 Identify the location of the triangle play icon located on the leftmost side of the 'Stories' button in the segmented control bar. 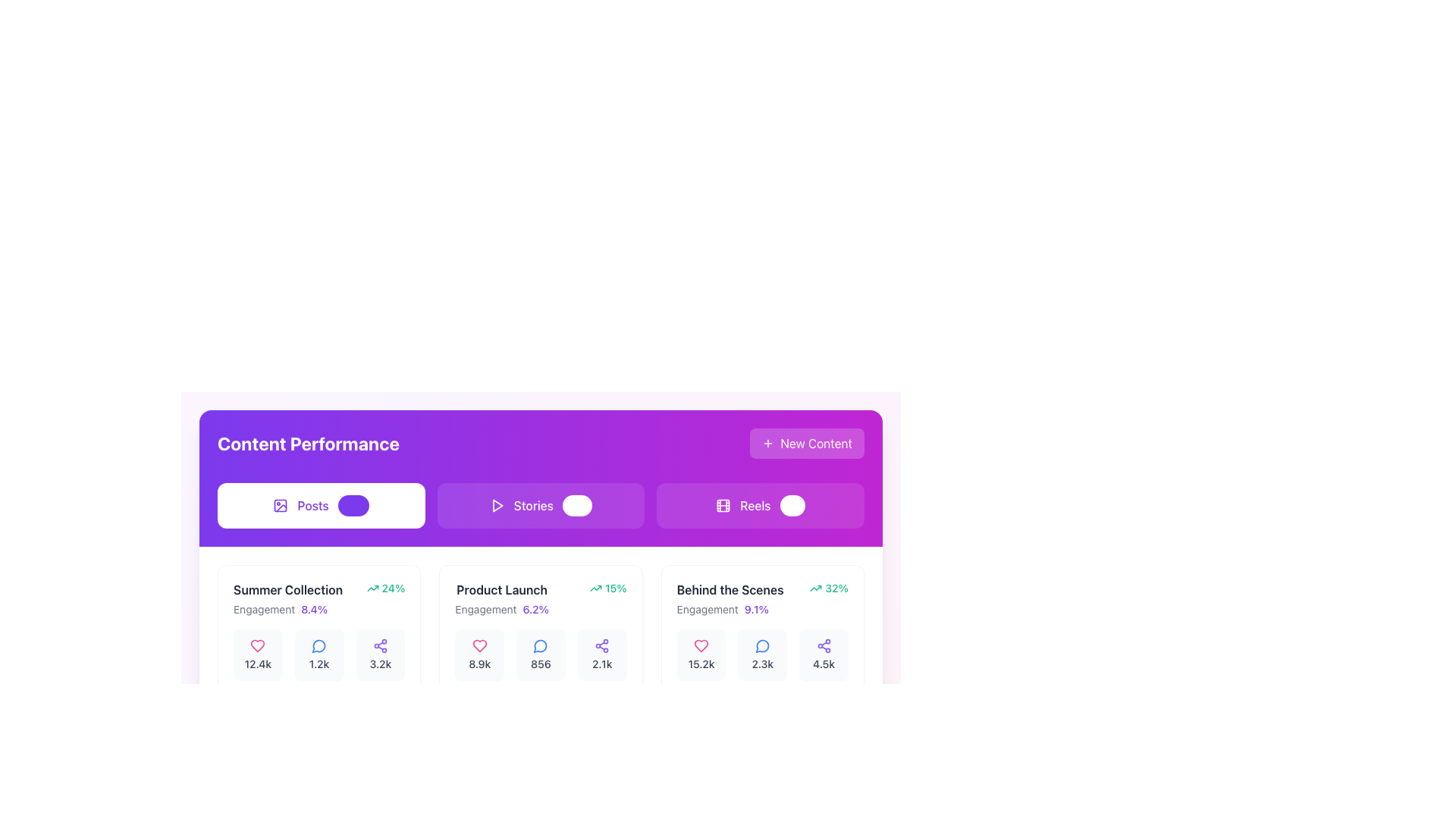
(497, 506).